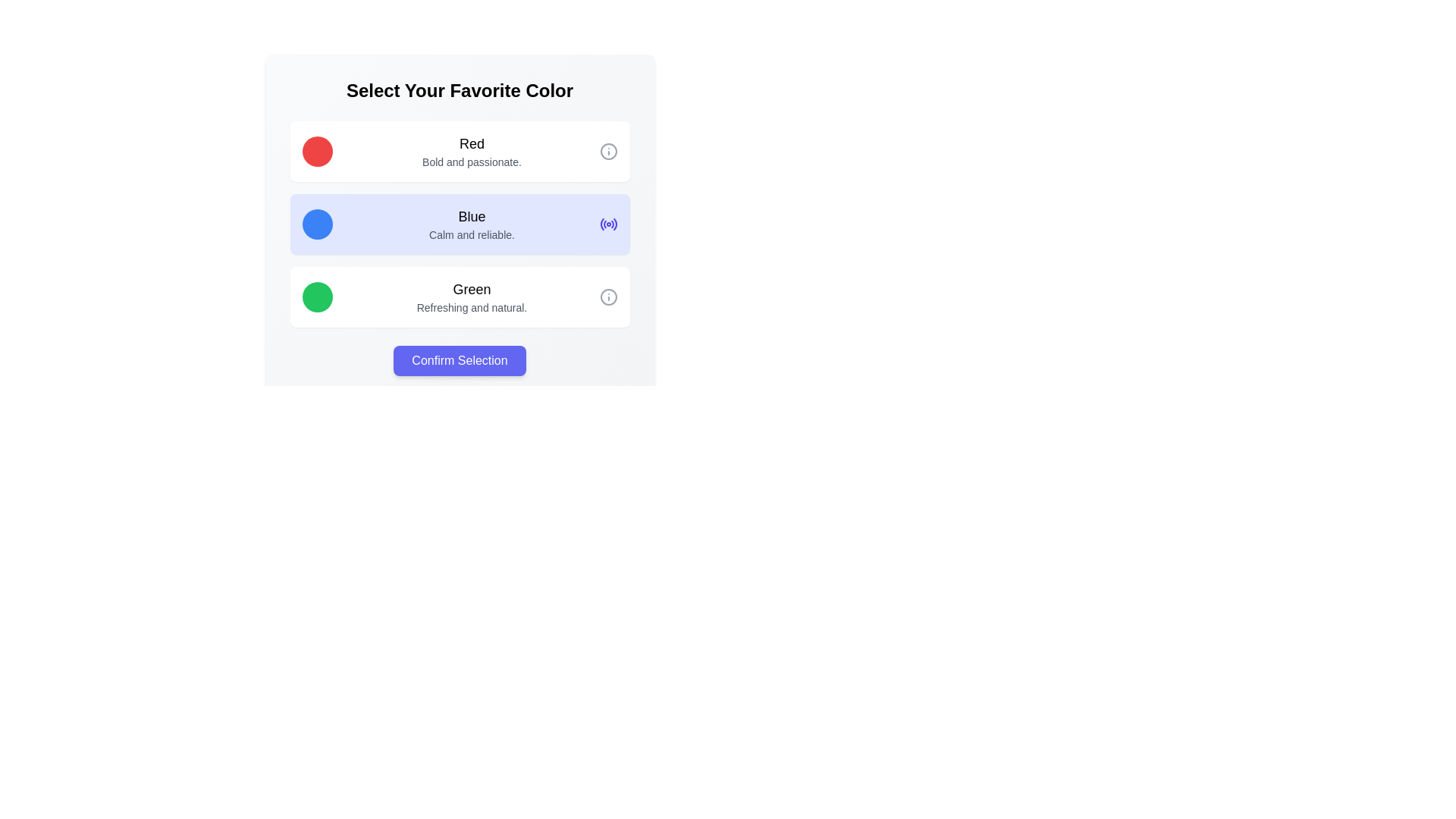 Image resolution: width=1456 pixels, height=819 pixels. What do you see at coordinates (608, 297) in the screenshot?
I see `the SVG Circle element which serves as a graphical indicator within the interactive options for the text block labeled 'Green.'` at bounding box center [608, 297].